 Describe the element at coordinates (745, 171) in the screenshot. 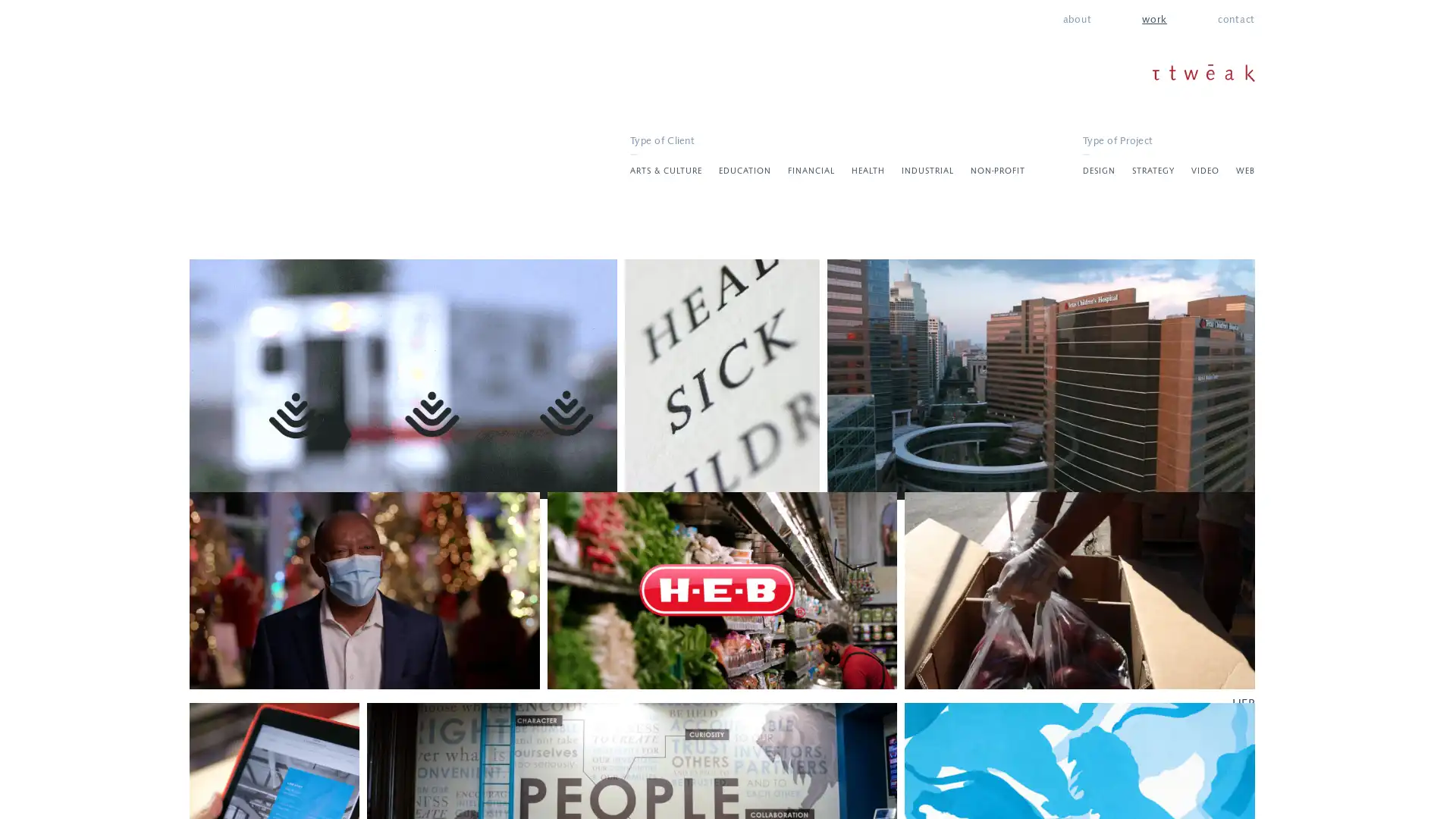

I see `EDUCATION` at that location.